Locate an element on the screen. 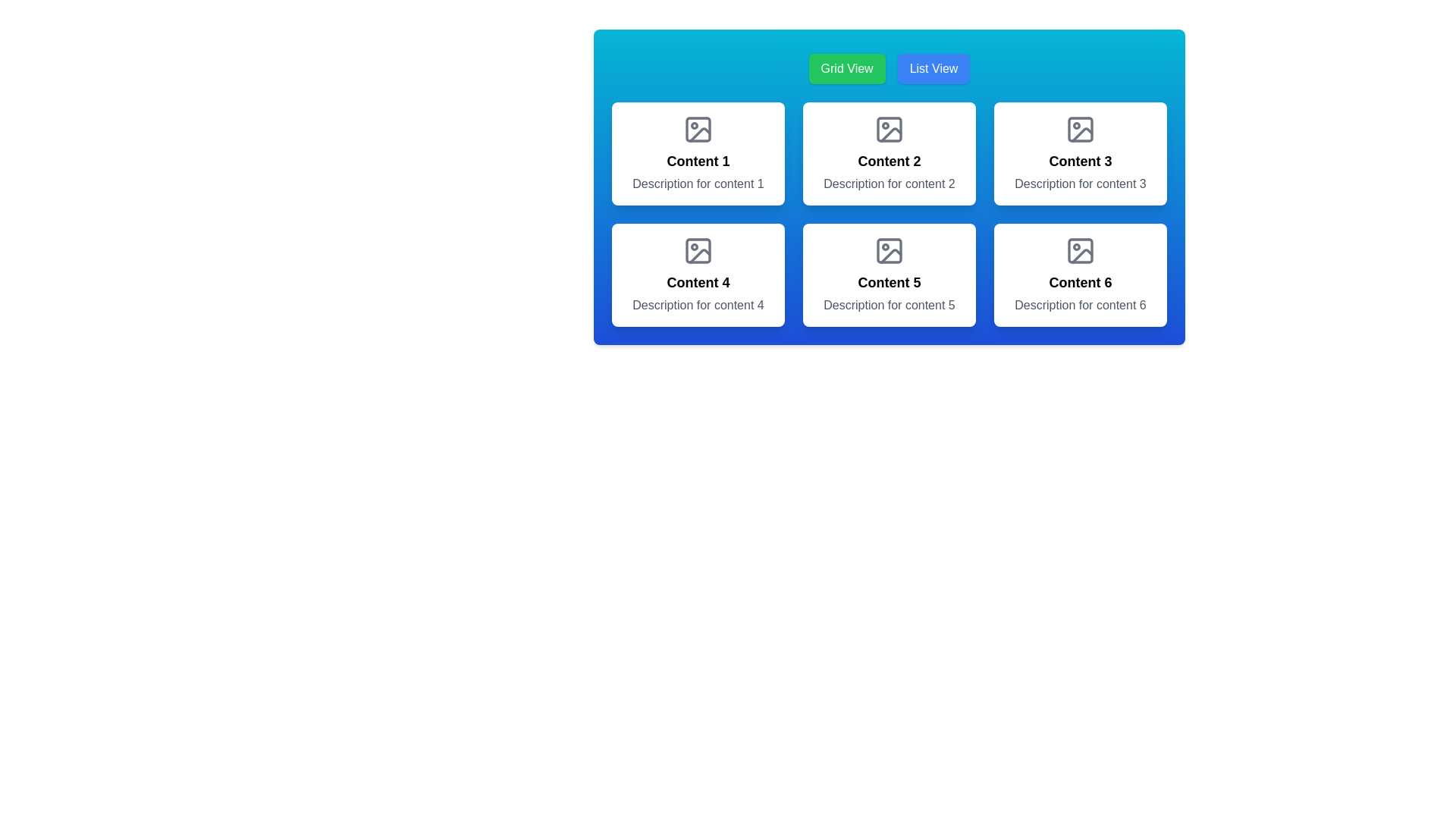 Image resolution: width=1456 pixels, height=819 pixels. the graphical SVG rectangle that represents a part of the image icon in the first card of the grid layout, located above the title 'Content 1' and the description 'Description for content 1' is located at coordinates (698, 128).